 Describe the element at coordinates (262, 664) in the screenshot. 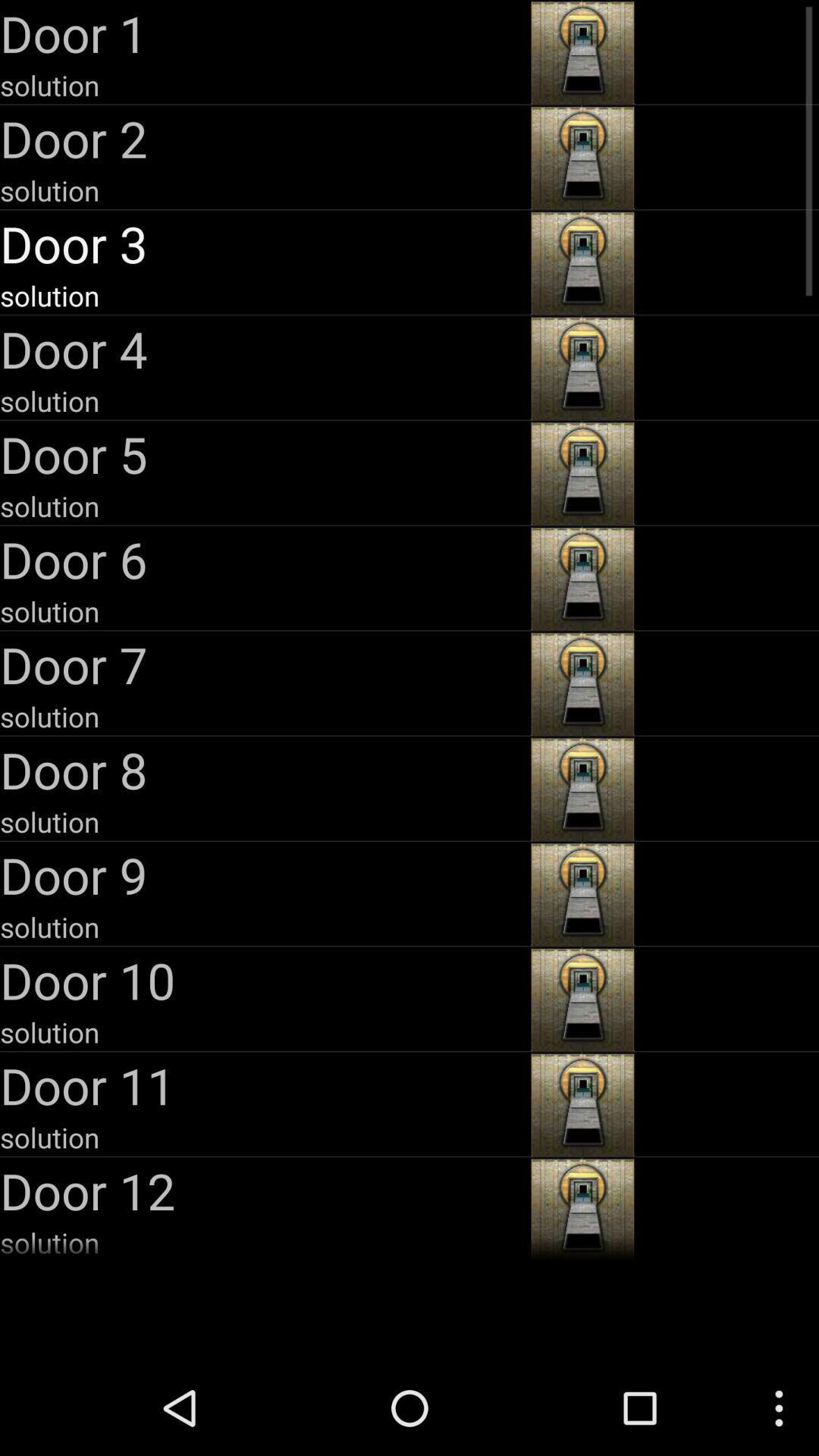

I see `the item below solution app` at that location.